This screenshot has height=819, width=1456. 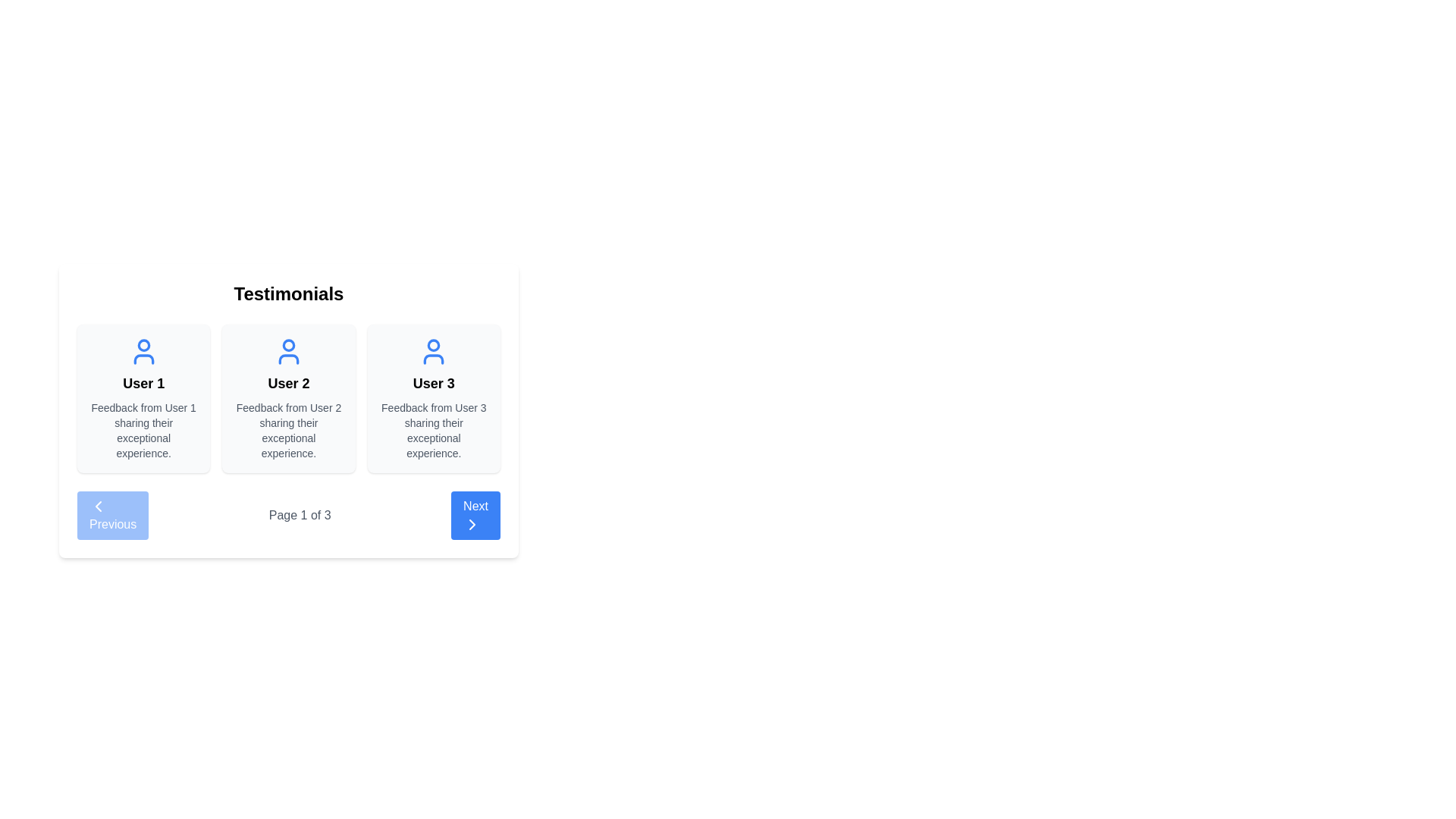 I want to click on the text label displaying 'User 1' which is styled in bold, medium-large font and located in the top section of a testimonial card, so click(x=143, y=382).